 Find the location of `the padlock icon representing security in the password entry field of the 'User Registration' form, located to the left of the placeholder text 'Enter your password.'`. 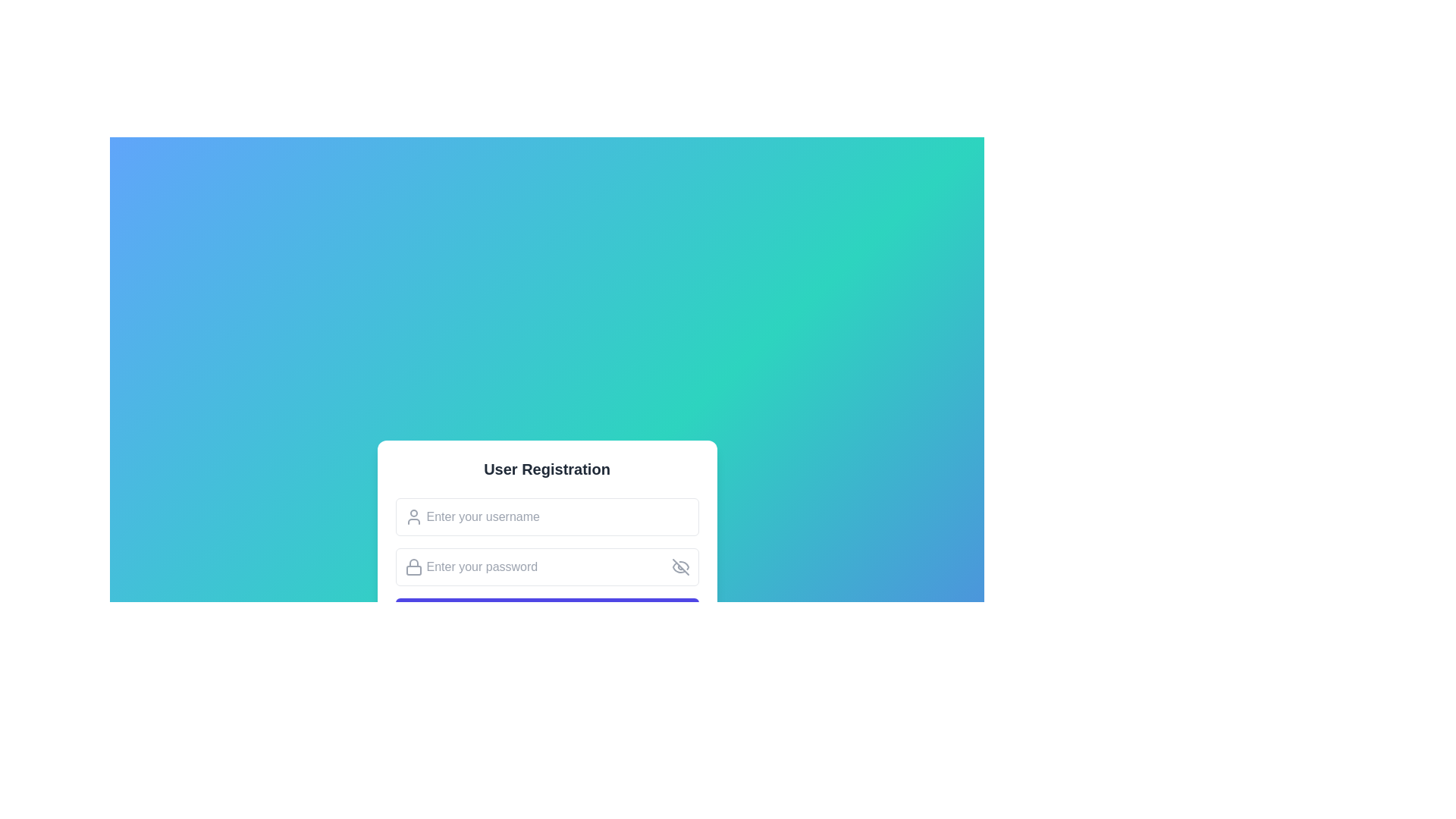

the padlock icon representing security in the password entry field of the 'User Registration' form, located to the left of the placeholder text 'Enter your password.' is located at coordinates (413, 567).